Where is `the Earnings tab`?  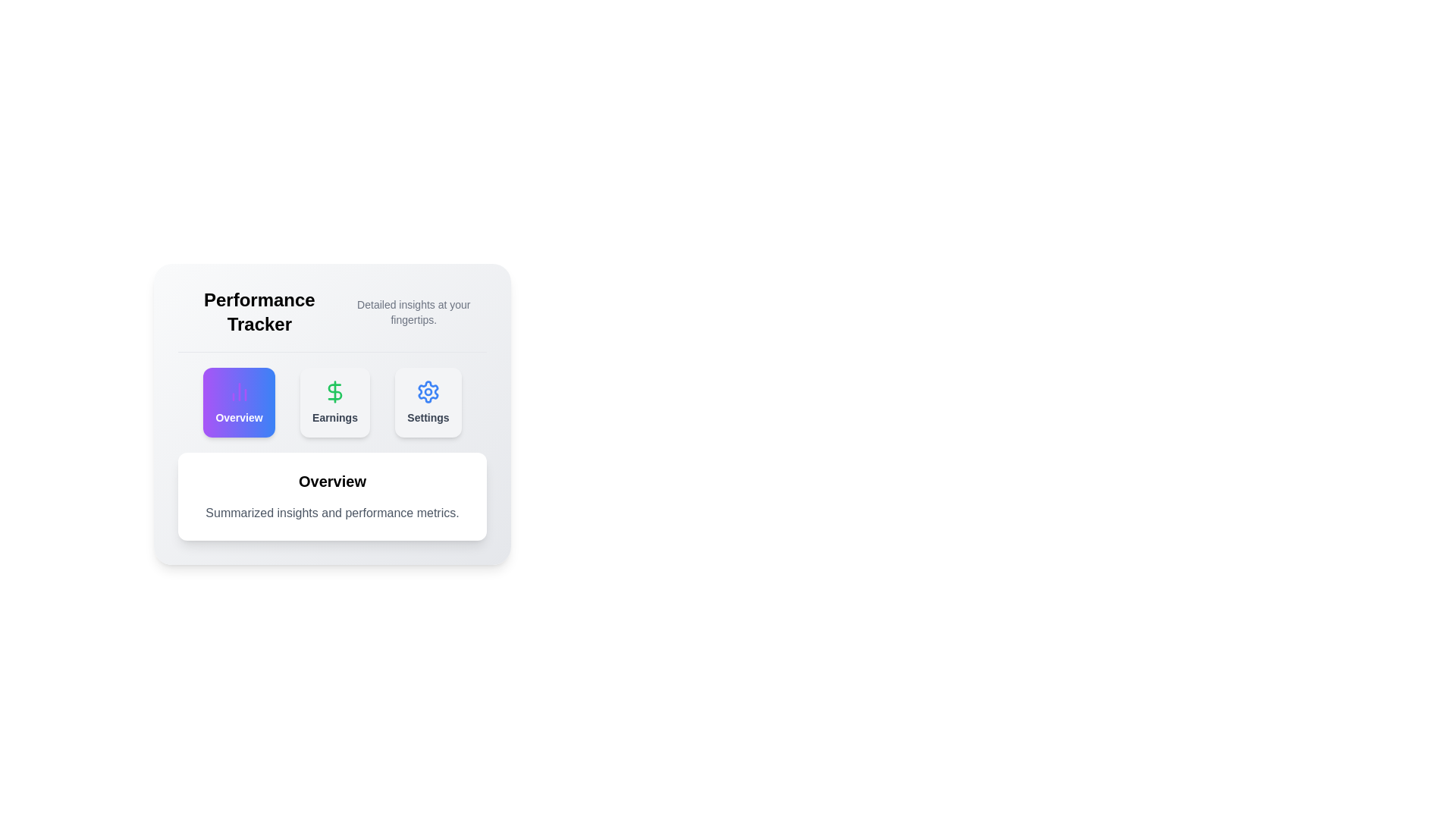
the Earnings tab is located at coordinates (334, 402).